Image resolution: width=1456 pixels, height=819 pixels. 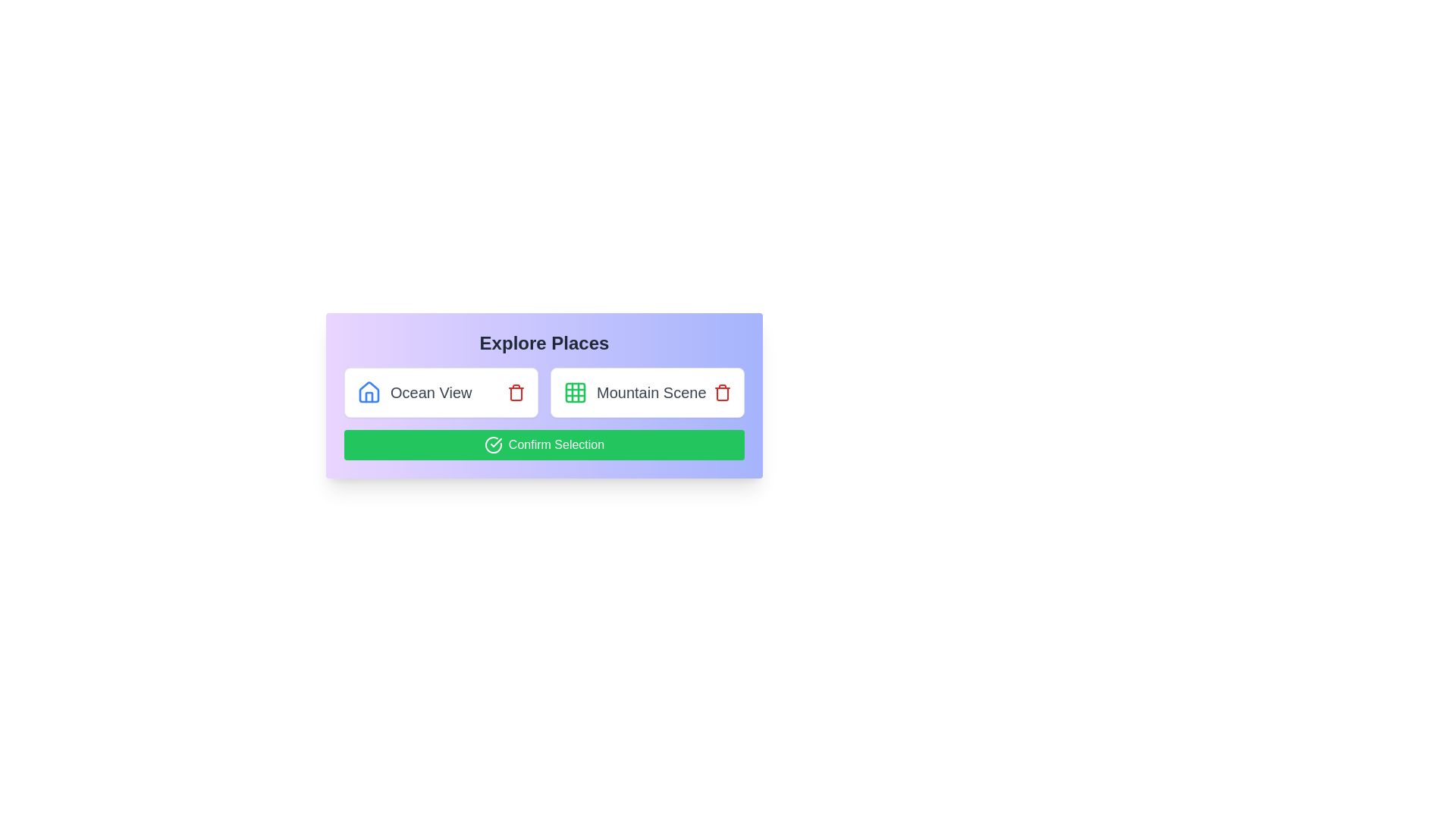 I want to click on the central decorative graphical element within the green grid icon that is adjacent to the 'Mountain Scene' label, so click(x=574, y=391).